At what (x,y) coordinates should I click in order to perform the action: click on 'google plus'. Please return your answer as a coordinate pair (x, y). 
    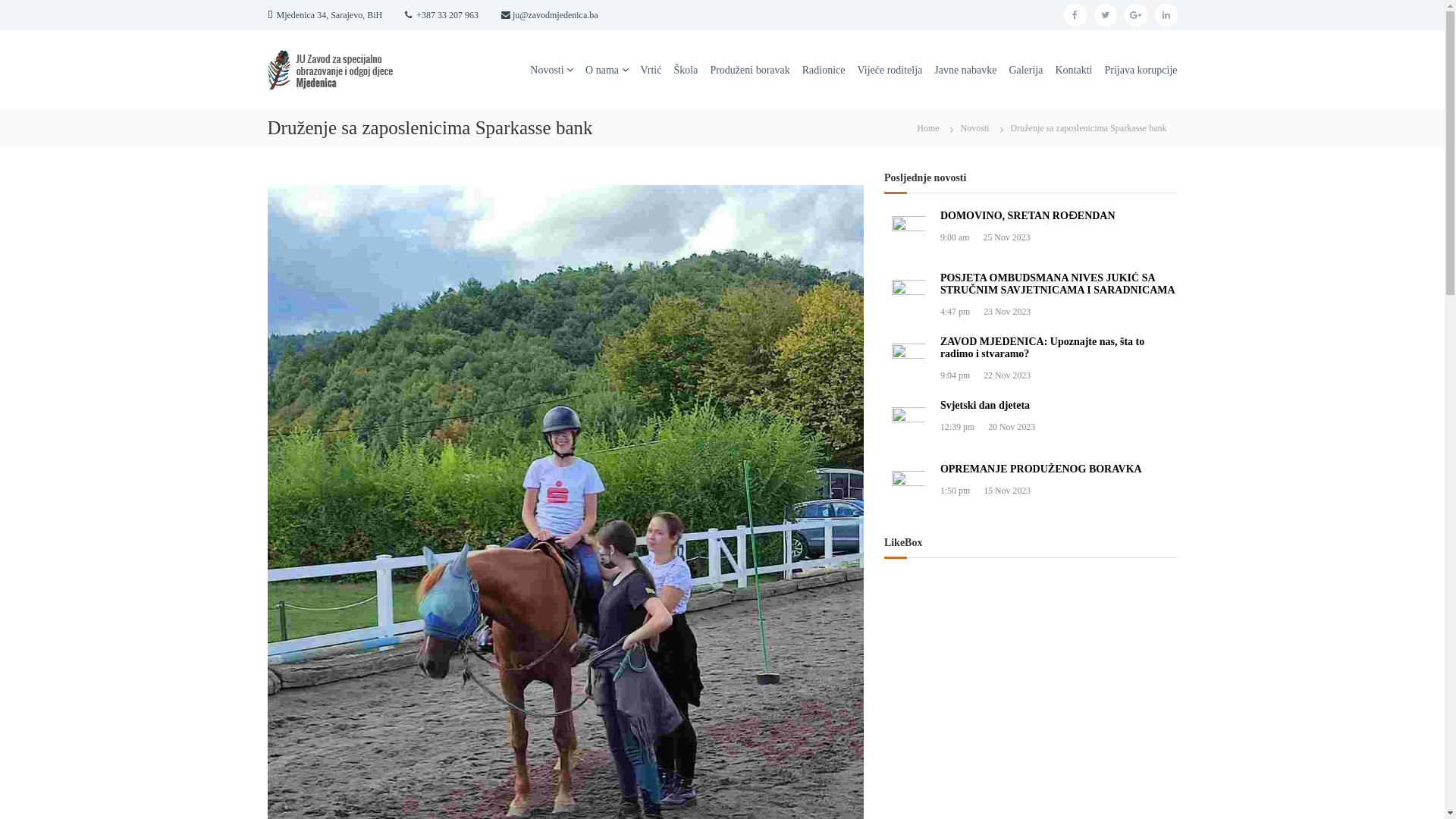
    Looking at the image, I should click on (1124, 14).